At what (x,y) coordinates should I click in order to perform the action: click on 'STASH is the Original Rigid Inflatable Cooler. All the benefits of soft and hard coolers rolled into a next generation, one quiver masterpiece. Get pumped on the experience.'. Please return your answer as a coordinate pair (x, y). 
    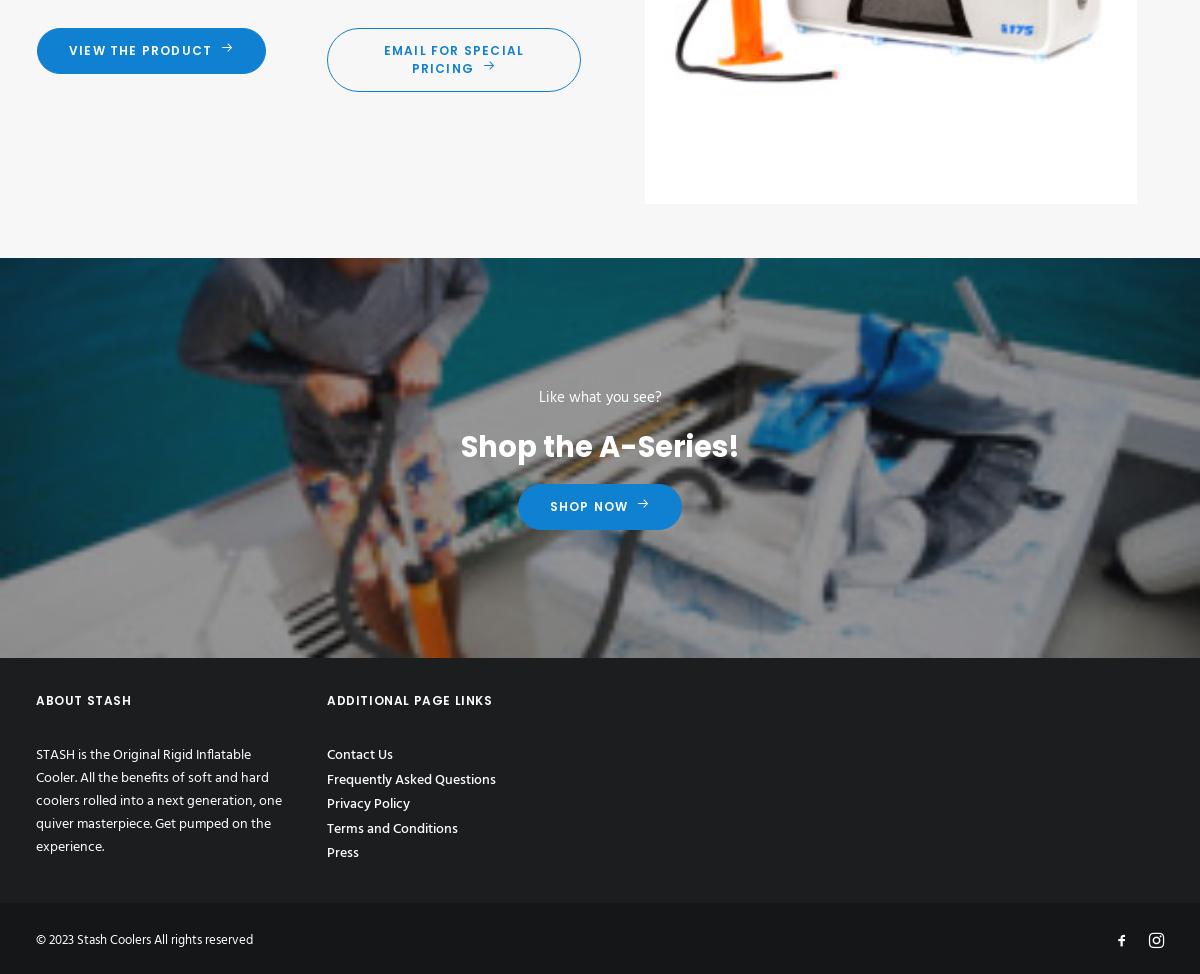
    Looking at the image, I should click on (158, 800).